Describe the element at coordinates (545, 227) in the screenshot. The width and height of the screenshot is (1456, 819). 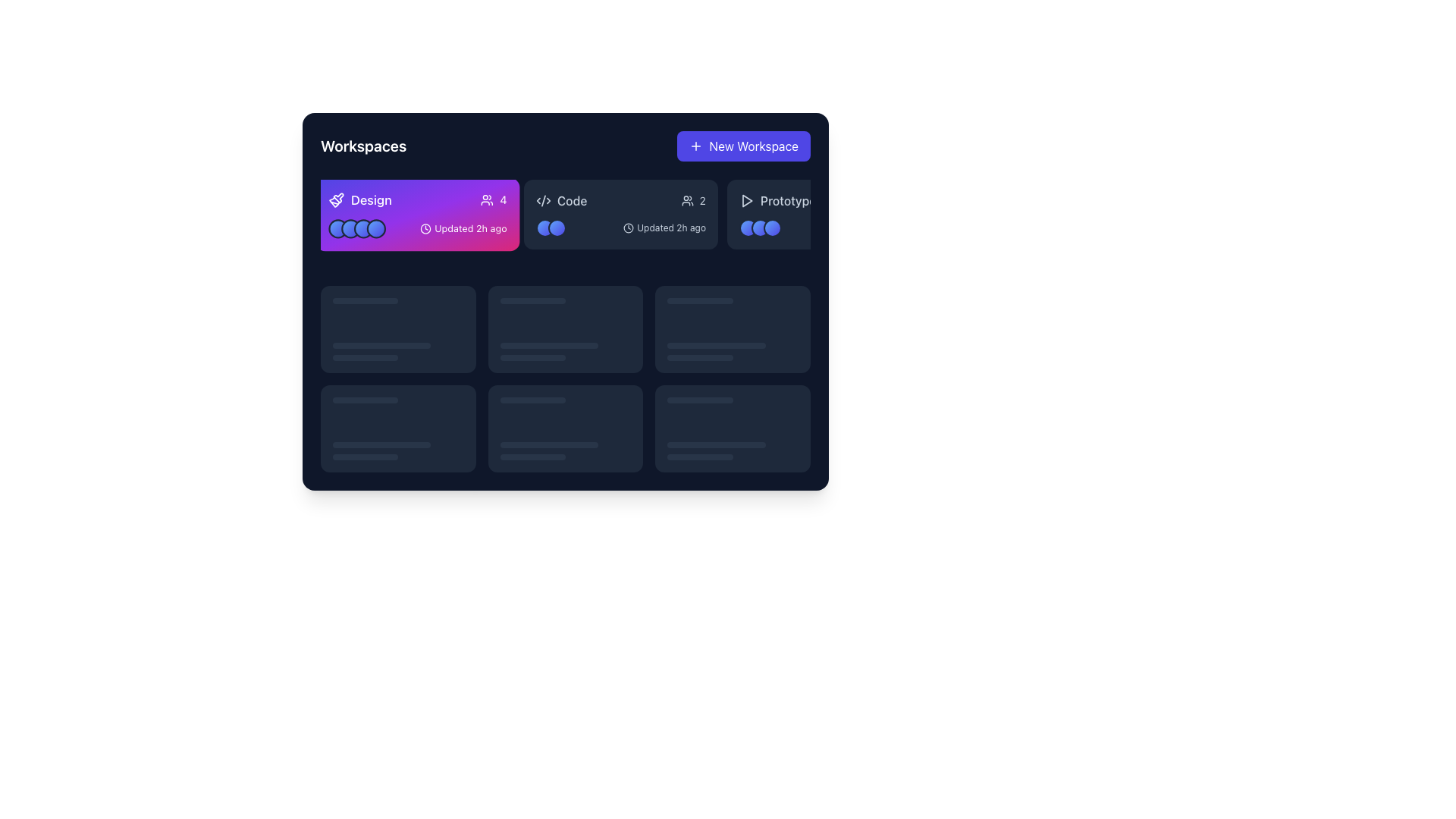
I see `the first decorative indicator badge, which is a circular badge with a gradient from blue to indigo and a slate-gray border, located in the second dashboard card labeled 'Code'` at that location.